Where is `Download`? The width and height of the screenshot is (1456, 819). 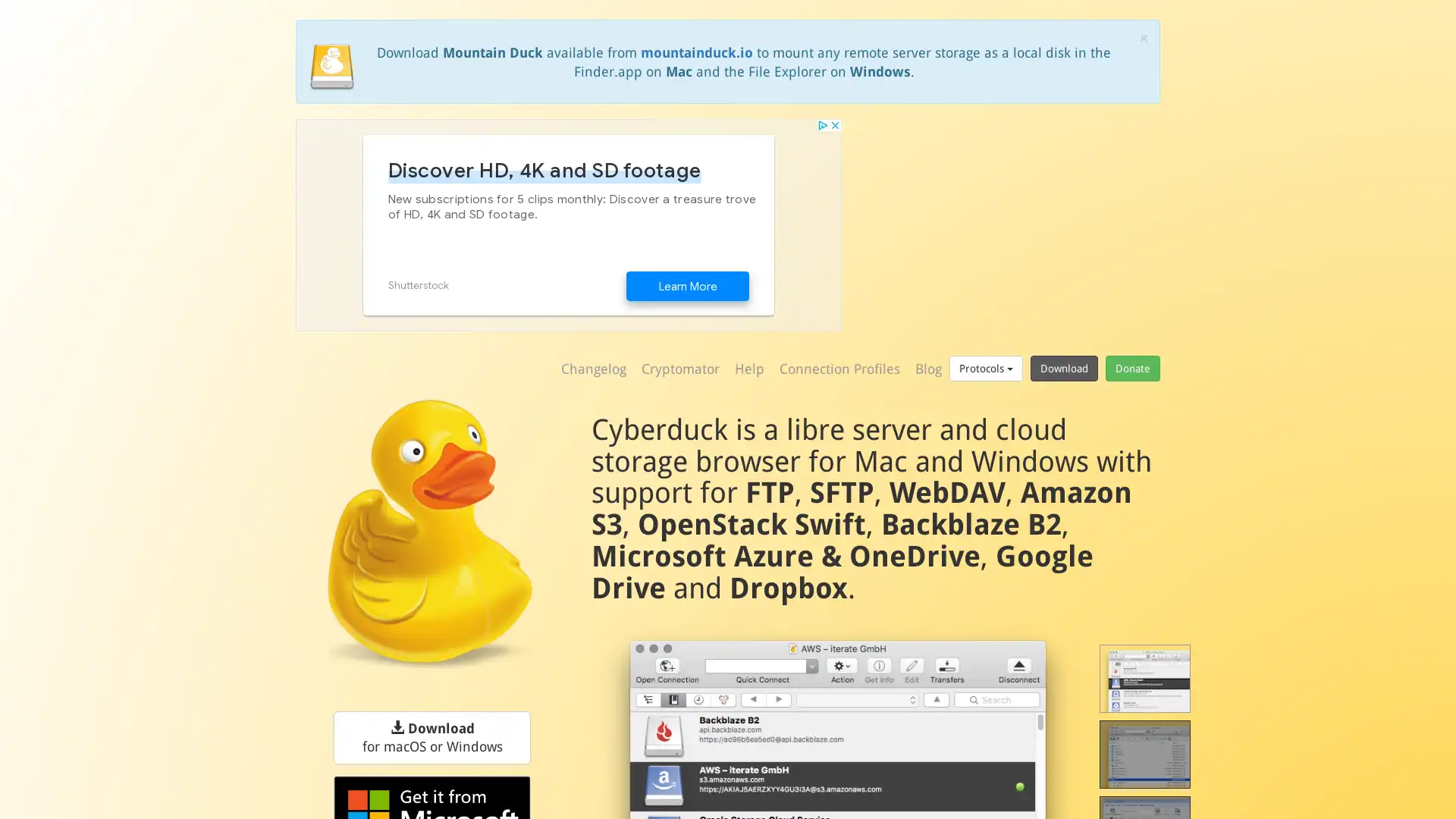 Download is located at coordinates (1063, 368).